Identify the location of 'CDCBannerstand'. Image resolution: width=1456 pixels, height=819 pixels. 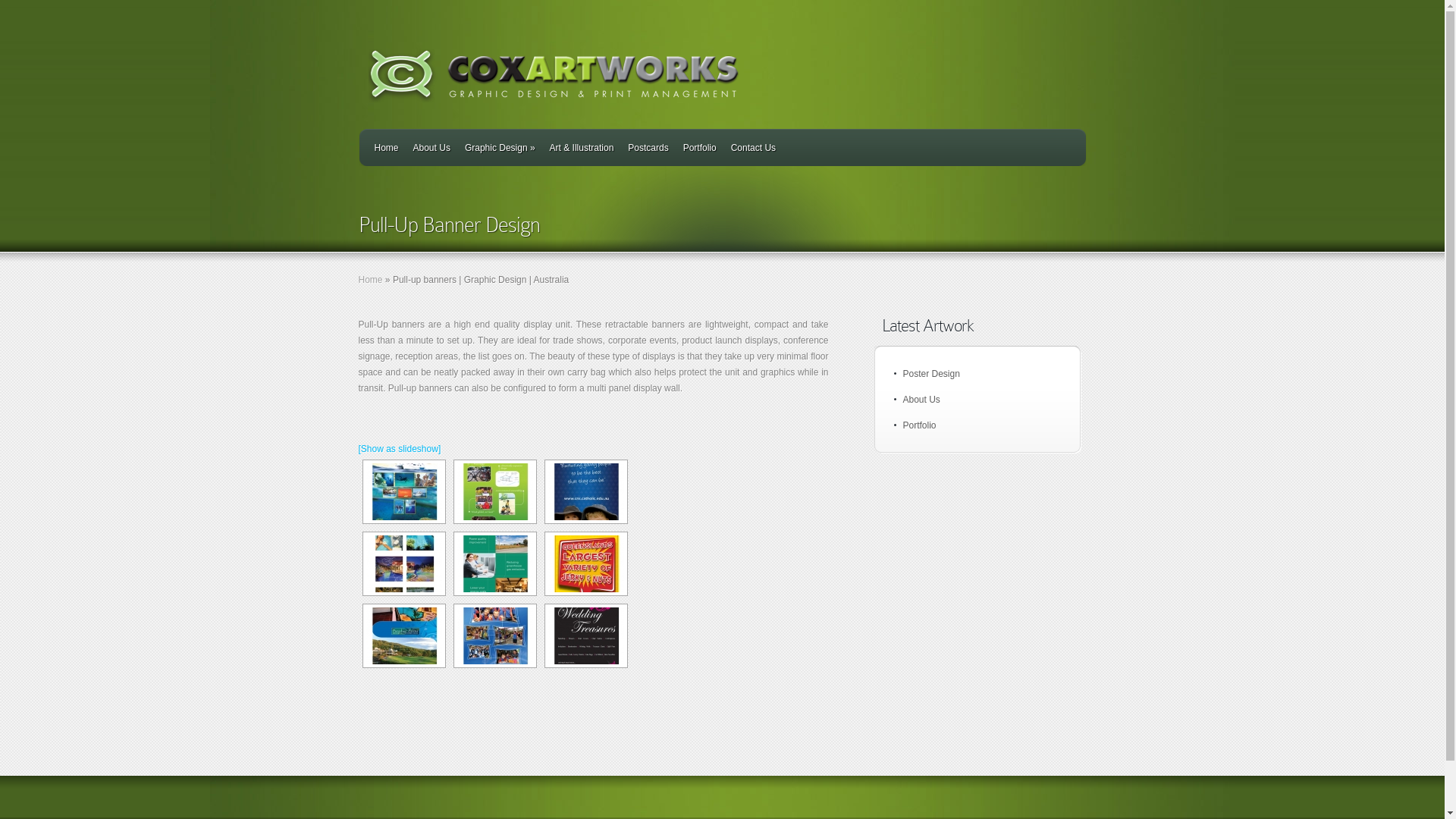
(365, 491).